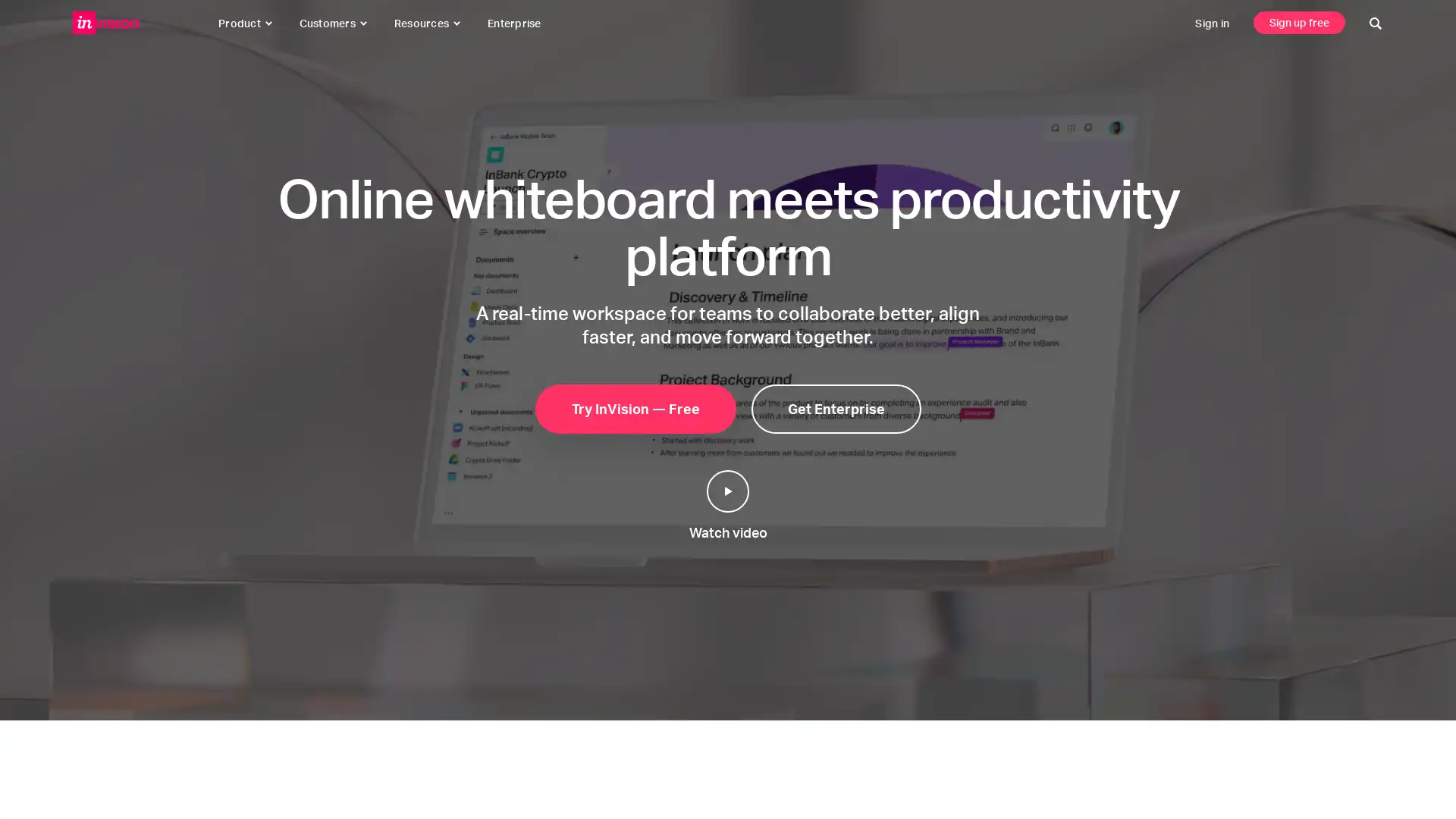 Image resolution: width=1456 pixels, height=819 pixels. Describe the element at coordinates (835, 408) in the screenshot. I see `get enterprise` at that location.